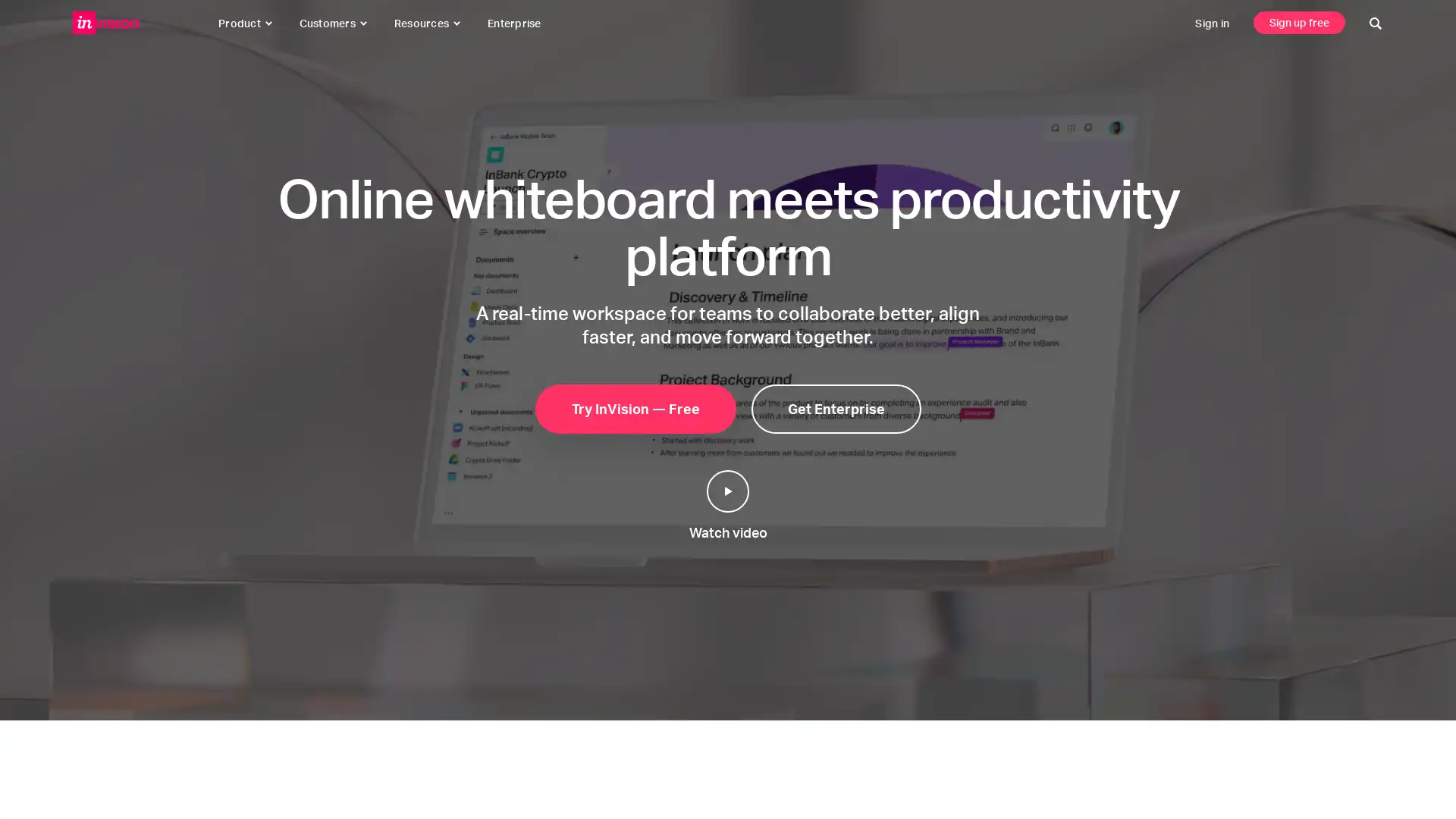 Image resolution: width=1456 pixels, height=819 pixels. Describe the element at coordinates (835, 408) in the screenshot. I see `get enterprise` at that location.